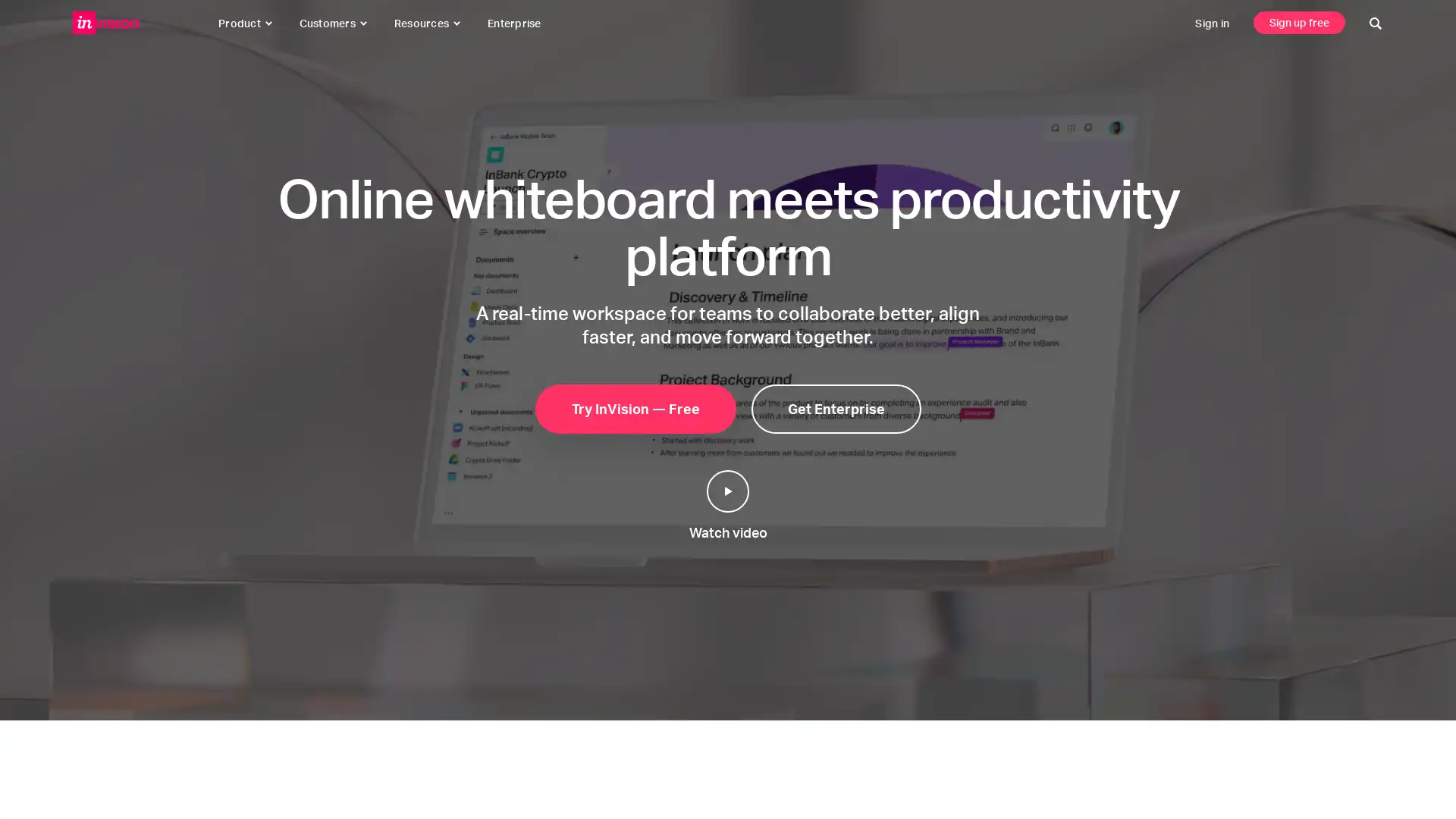 Image resolution: width=1456 pixels, height=819 pixels. Describe the element at coordinates (835, 408) in the screenshot. I see `get enterprise` at that location.